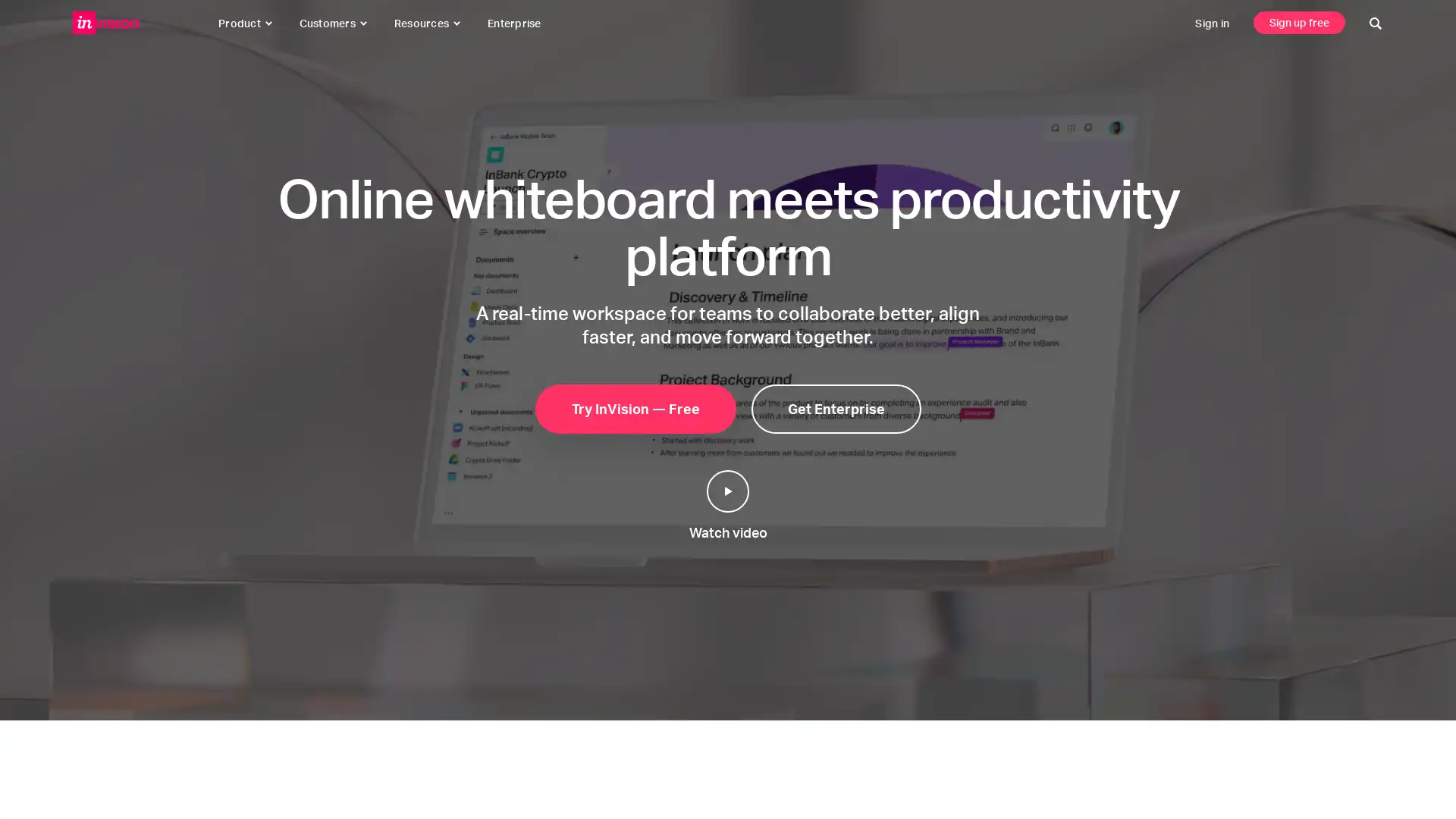 Image resolution: width=1456 pixels, height=819 pixels. Describe the element at coordinates (835, 408) in the screenshot. I see `get enterprise` at that location.